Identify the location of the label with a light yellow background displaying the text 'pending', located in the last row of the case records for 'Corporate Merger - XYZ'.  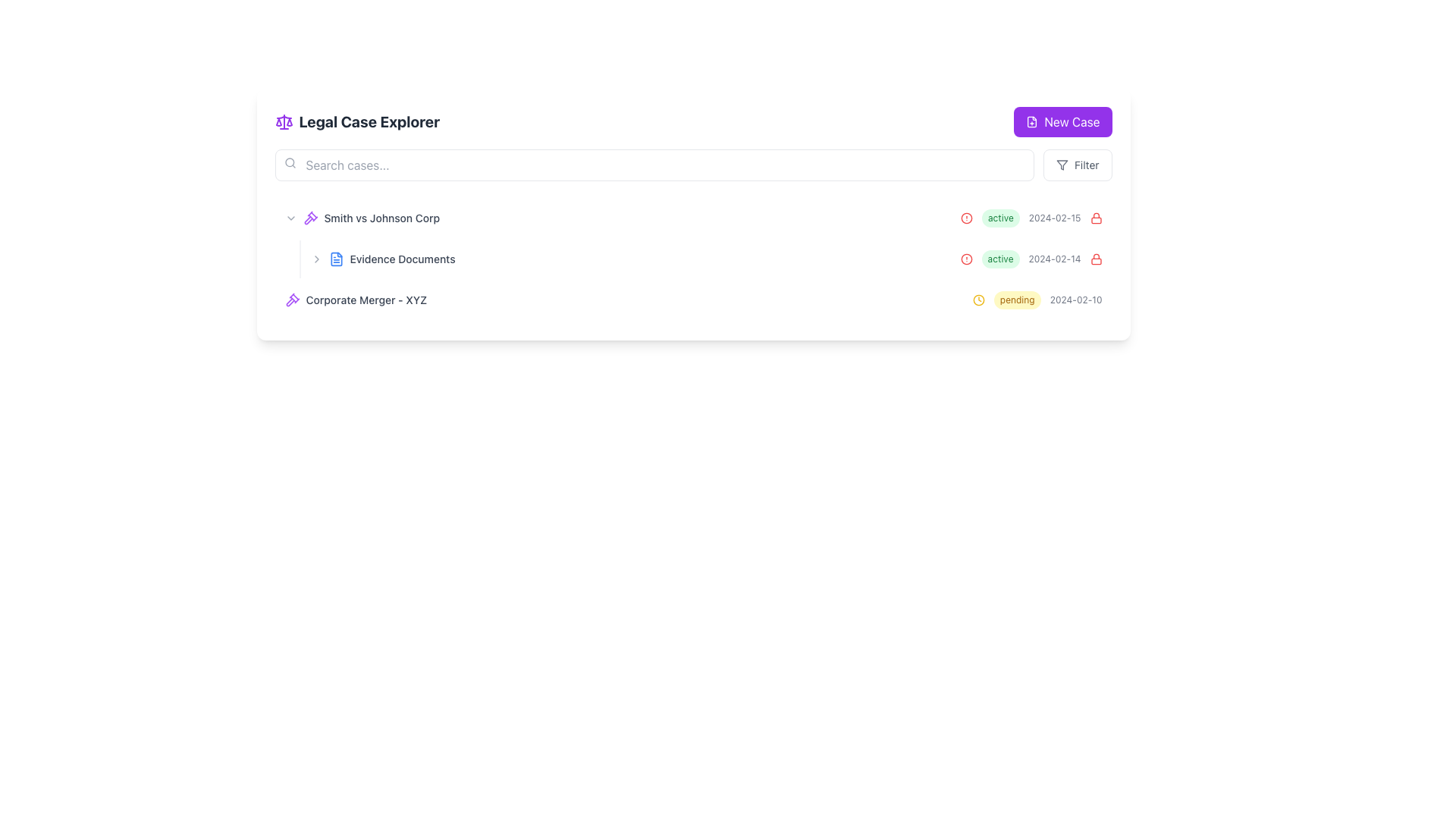
(1017, 300).